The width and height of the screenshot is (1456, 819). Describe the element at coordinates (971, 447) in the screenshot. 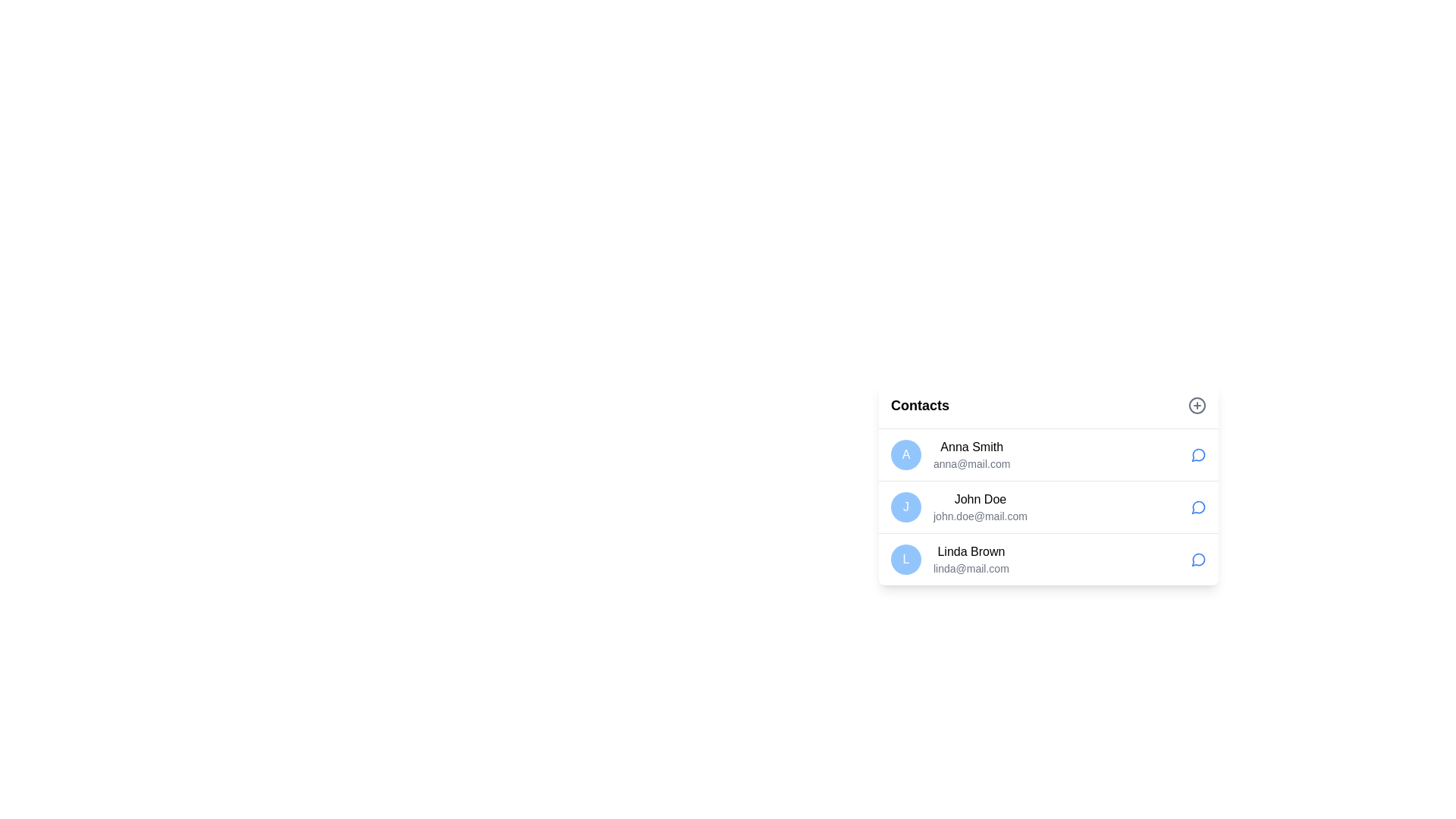

I see `the text label displaying the name 'Anna Smith', which is styled in black color and positioned at the top-left of the contact entry list` at that location.